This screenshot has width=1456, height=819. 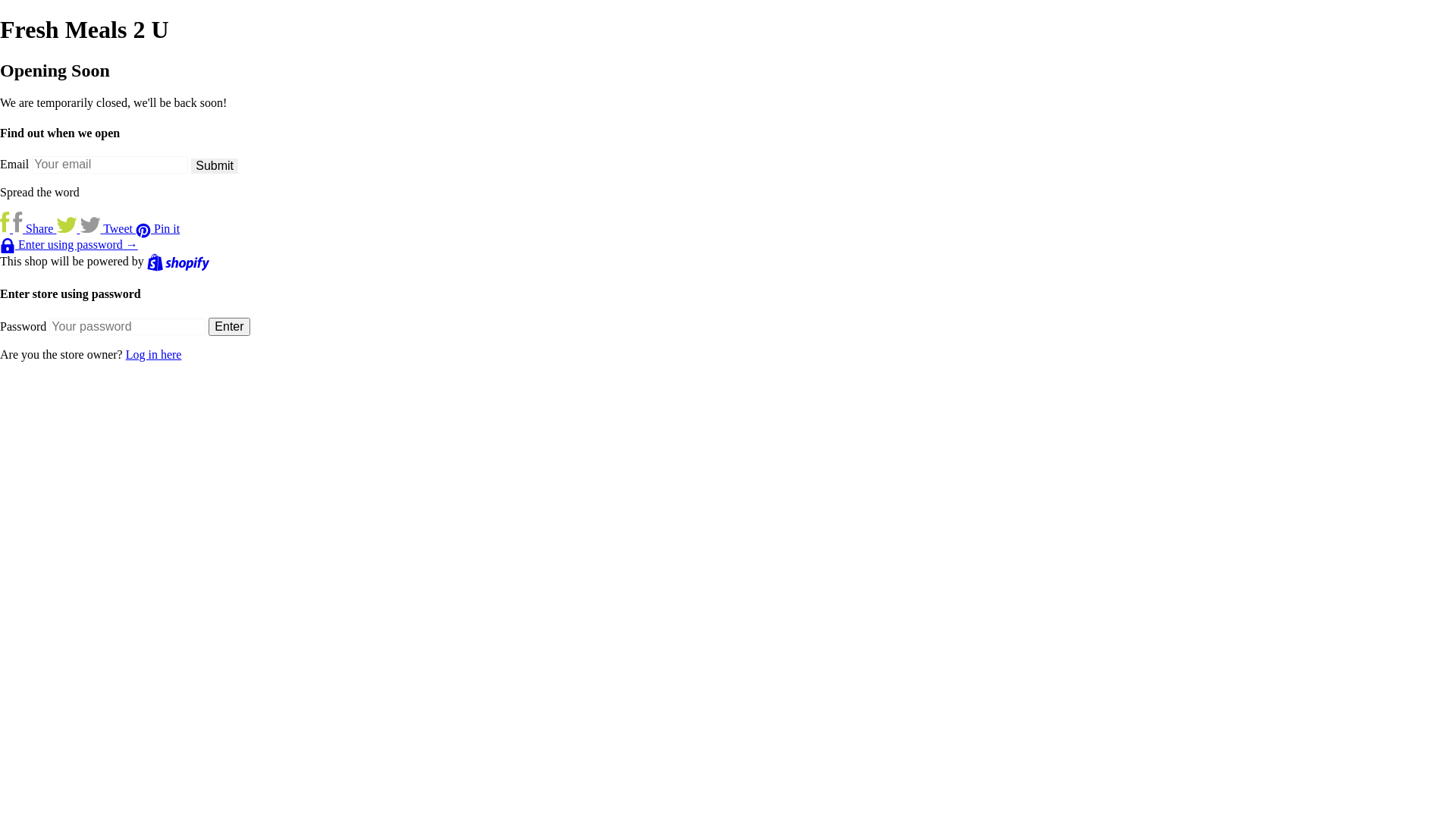 What do you see at coordinates (55, 228) in the screenshot?
I see `'Tweet` at bounding box center [55, 228].